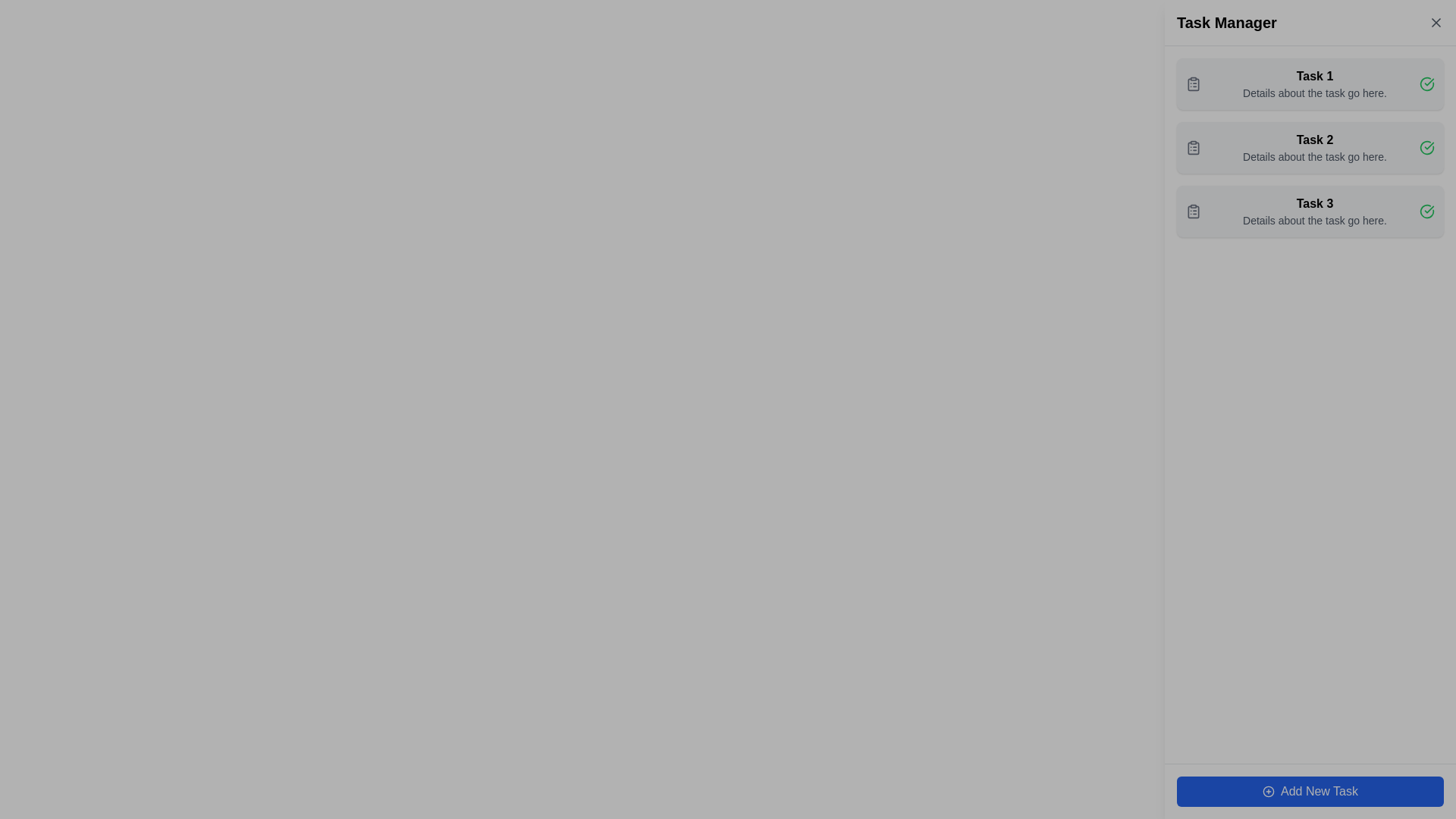 The image size is (1456, 819). What do you see at coordinates (1193, 148) in the screenshot?
I see `clipboard icon element, which is a rectangular SVG graphic with a bold outline and gray color, located below the header of the clipboard` at bounding box center [1193, 148].